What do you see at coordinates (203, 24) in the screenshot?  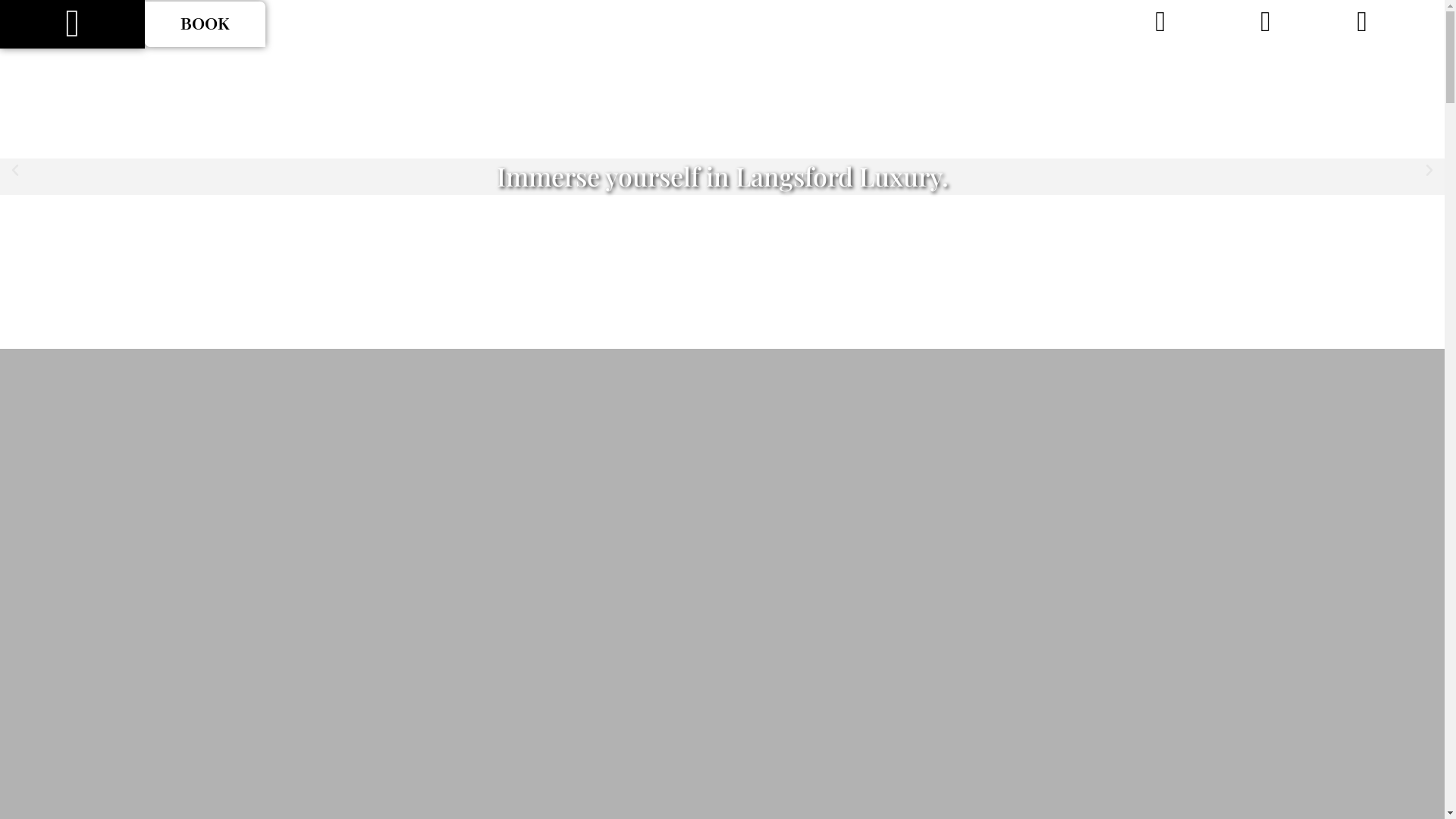 I see `'BOOK'` at bounding box center [203, 24].